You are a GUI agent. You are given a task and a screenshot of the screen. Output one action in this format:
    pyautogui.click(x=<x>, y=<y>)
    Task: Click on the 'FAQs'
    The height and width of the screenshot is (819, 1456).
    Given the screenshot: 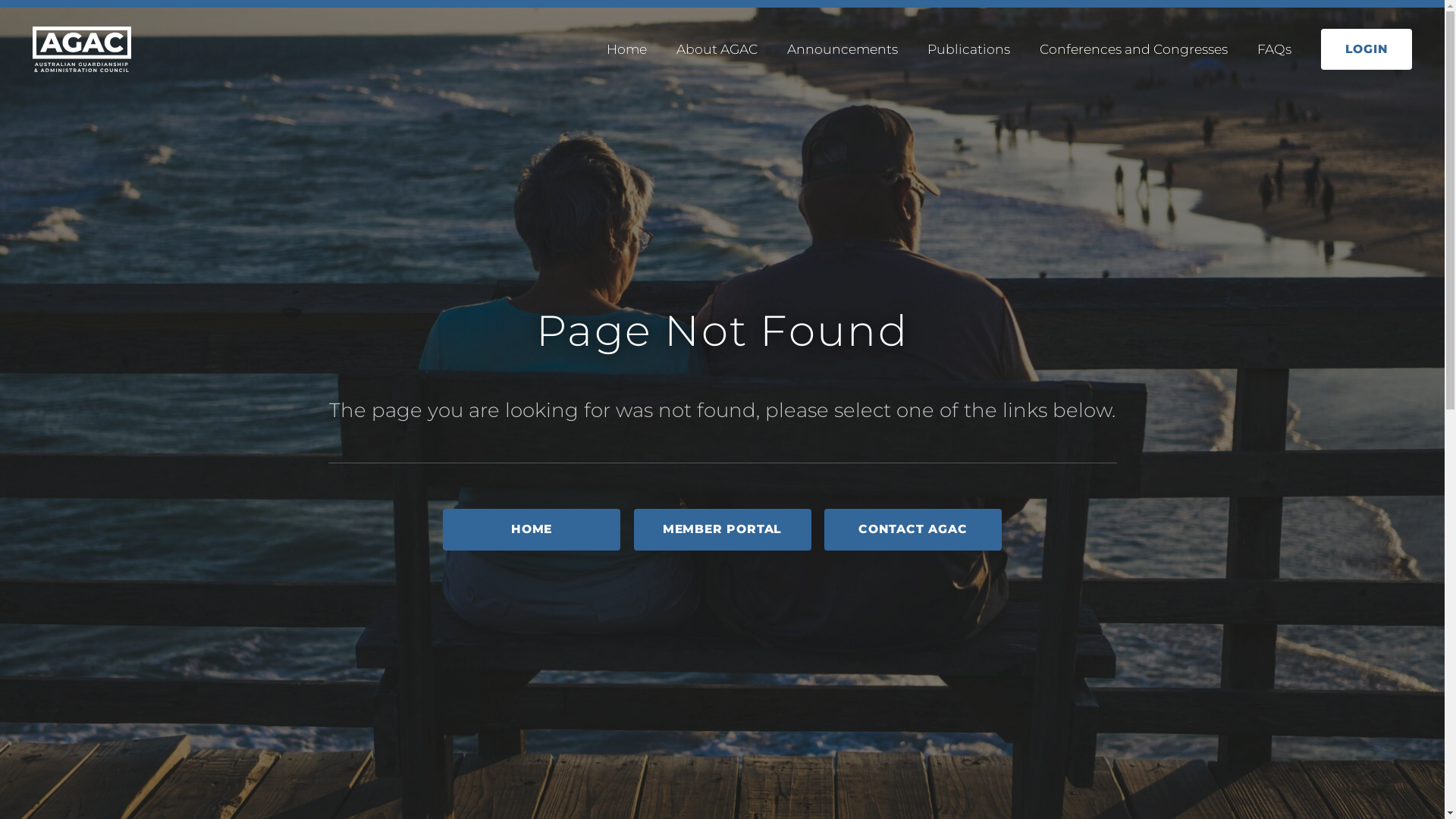 What is the action you would take?
    pyautogui.click(x=1274, y=48)
    